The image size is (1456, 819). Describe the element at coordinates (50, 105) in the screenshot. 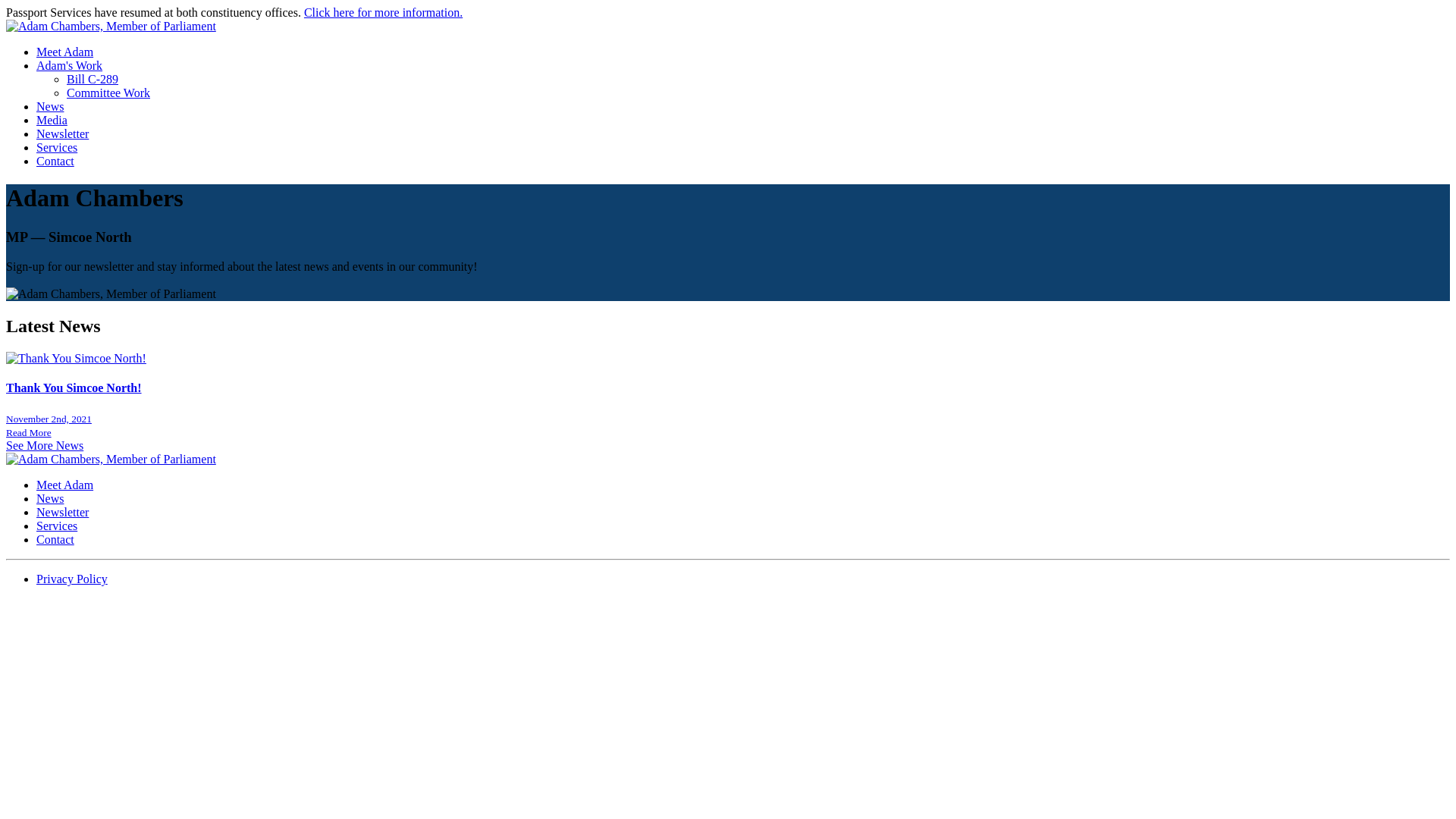

I see `'News'` at that location.